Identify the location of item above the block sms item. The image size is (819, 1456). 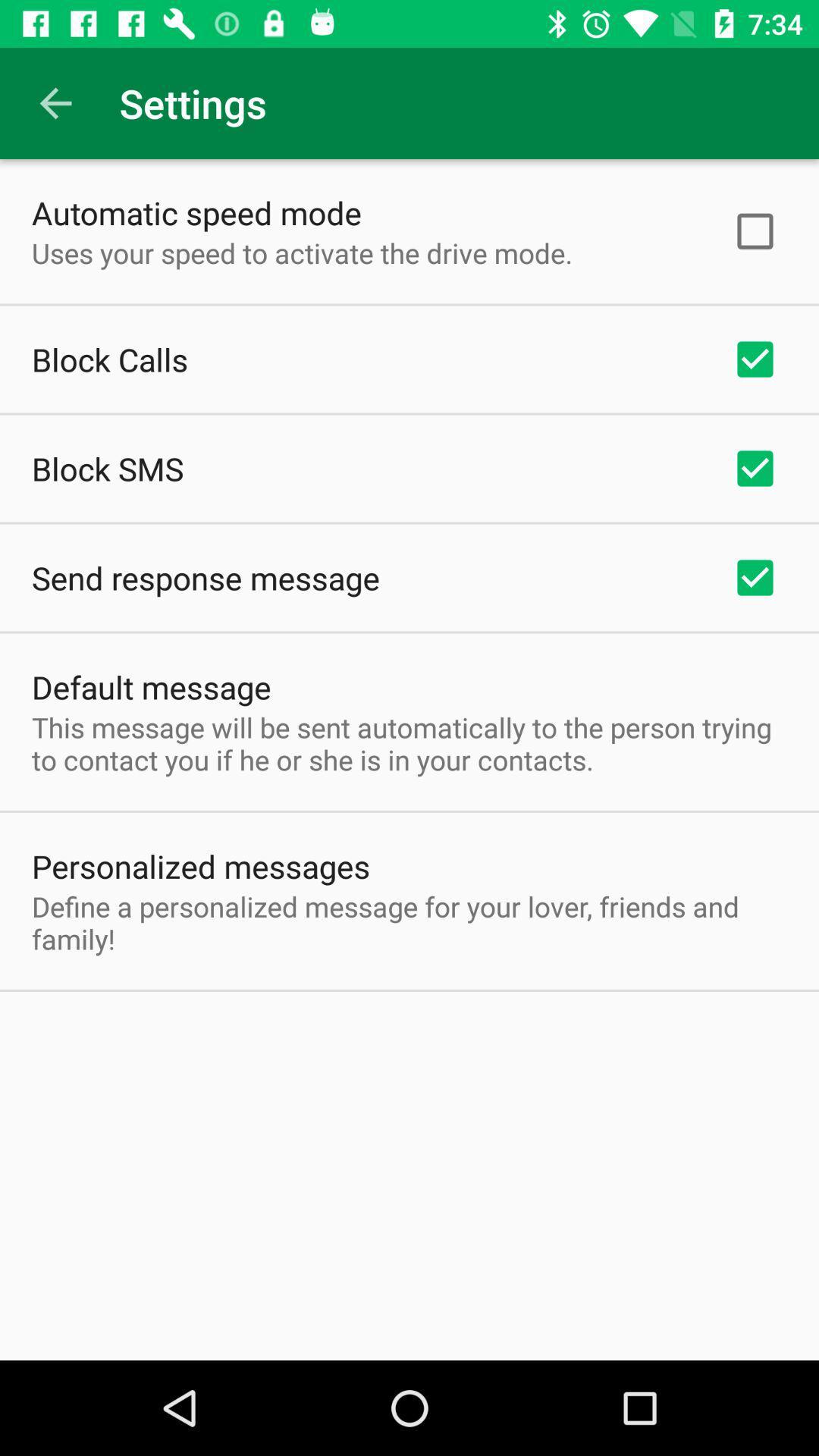
(109, 359).